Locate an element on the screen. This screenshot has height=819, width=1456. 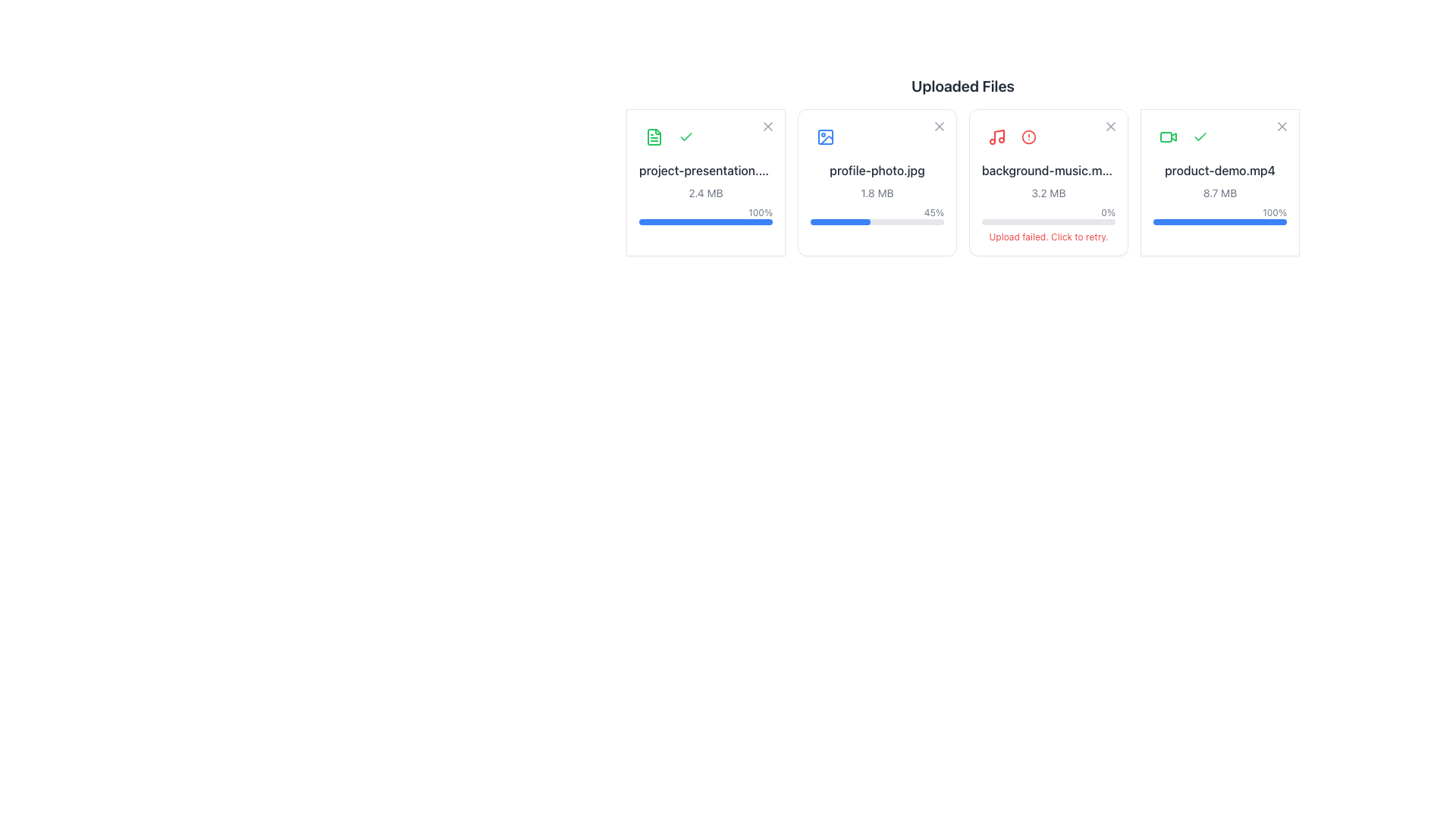
the upload progress for 'profile-photo.jpg' is located at coordinates (814, 222).